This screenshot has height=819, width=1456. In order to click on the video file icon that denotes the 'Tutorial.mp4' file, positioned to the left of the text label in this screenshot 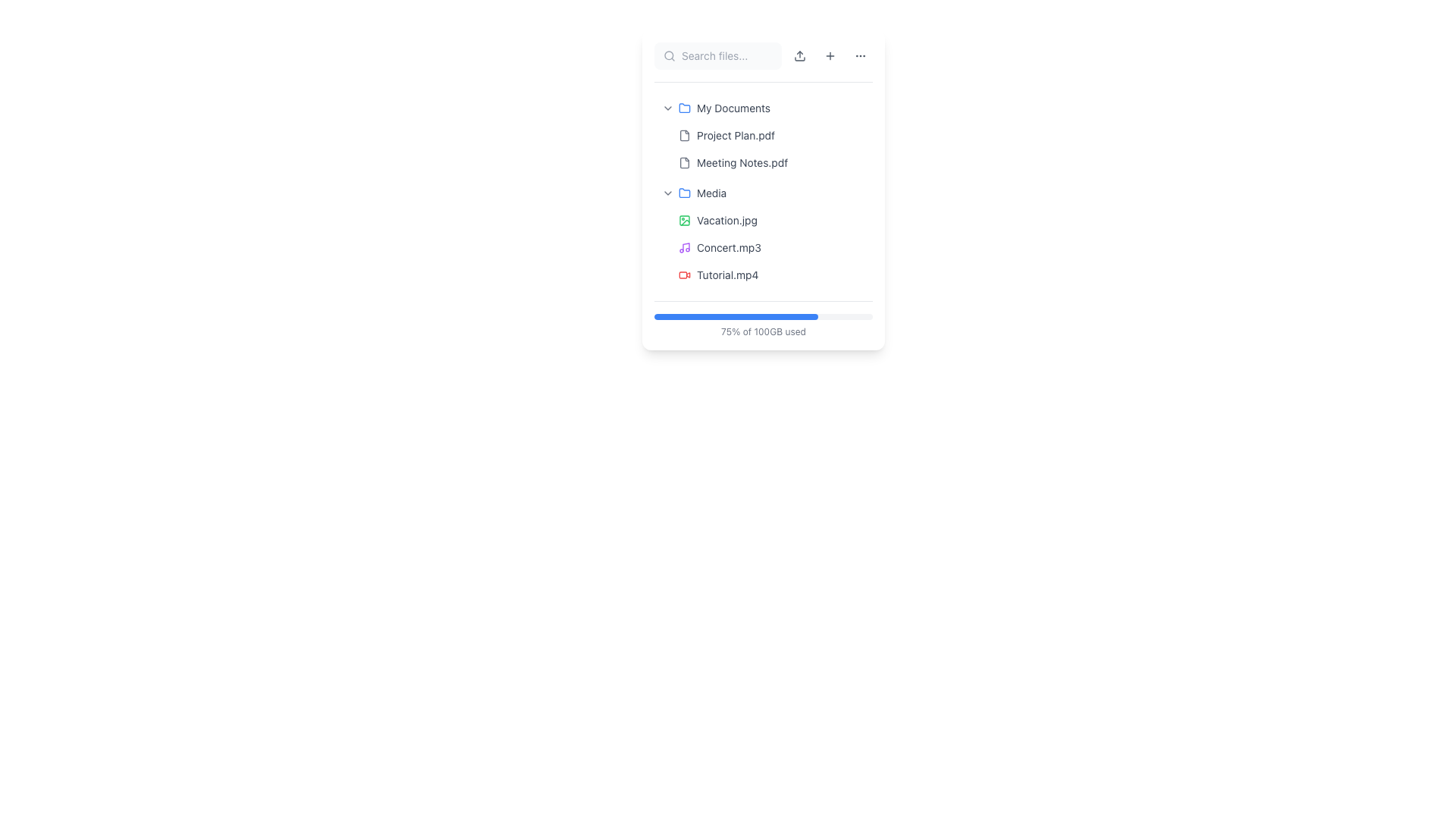, I will do `click(683, 275)`.